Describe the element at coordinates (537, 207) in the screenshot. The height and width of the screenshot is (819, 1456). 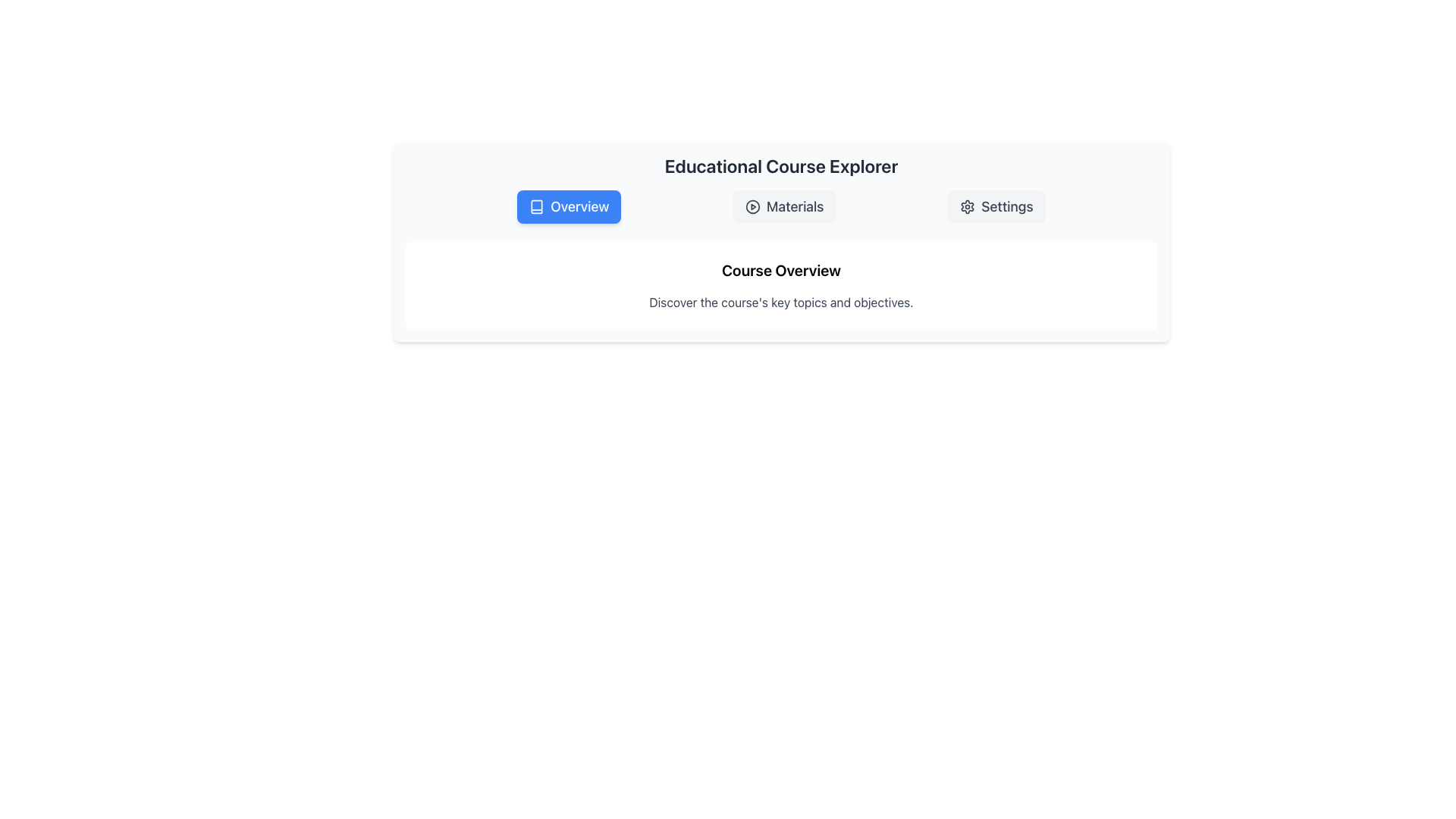
I see `the Overview button which contains the white book icon styled with rounded corners, located to the left of the text 'Overview'` at that location.